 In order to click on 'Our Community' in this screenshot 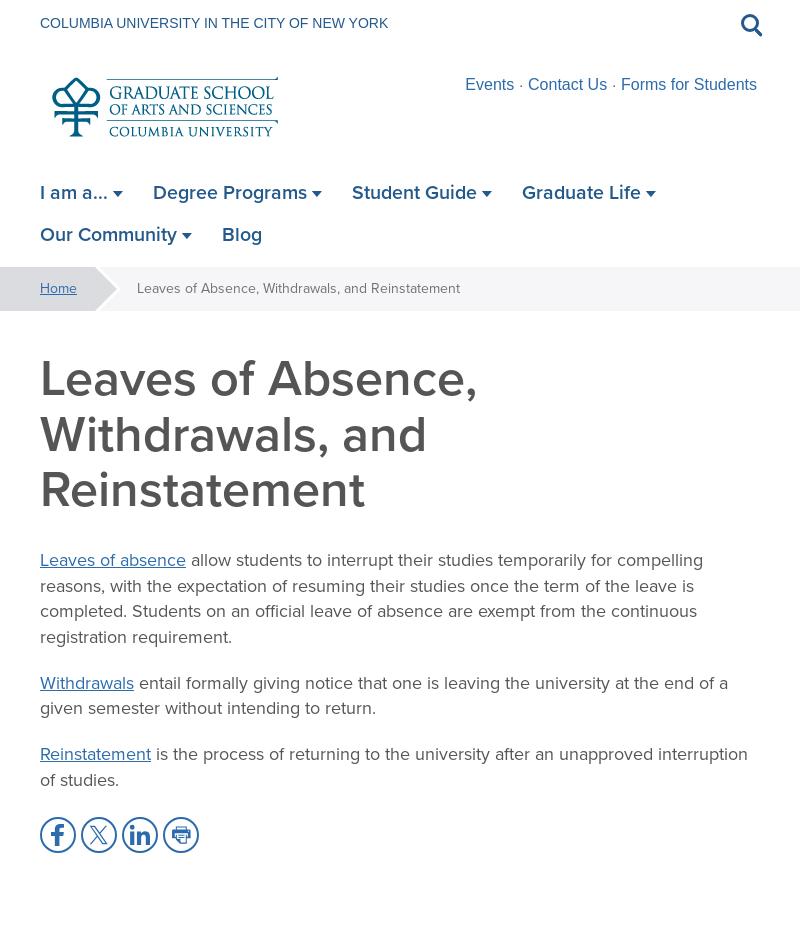, I will do `click(107, 234)`.